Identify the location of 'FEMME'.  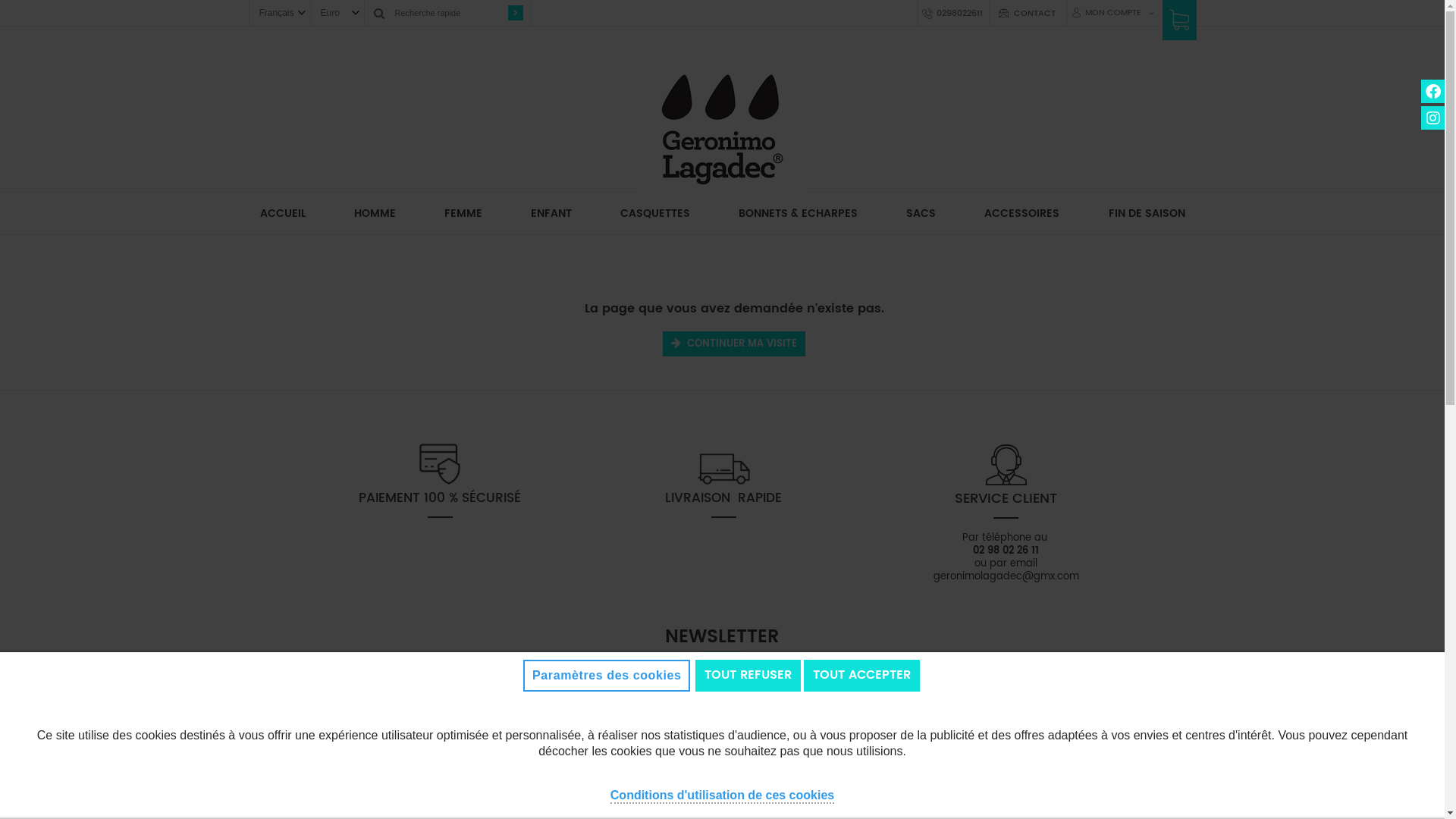
(462, 213).